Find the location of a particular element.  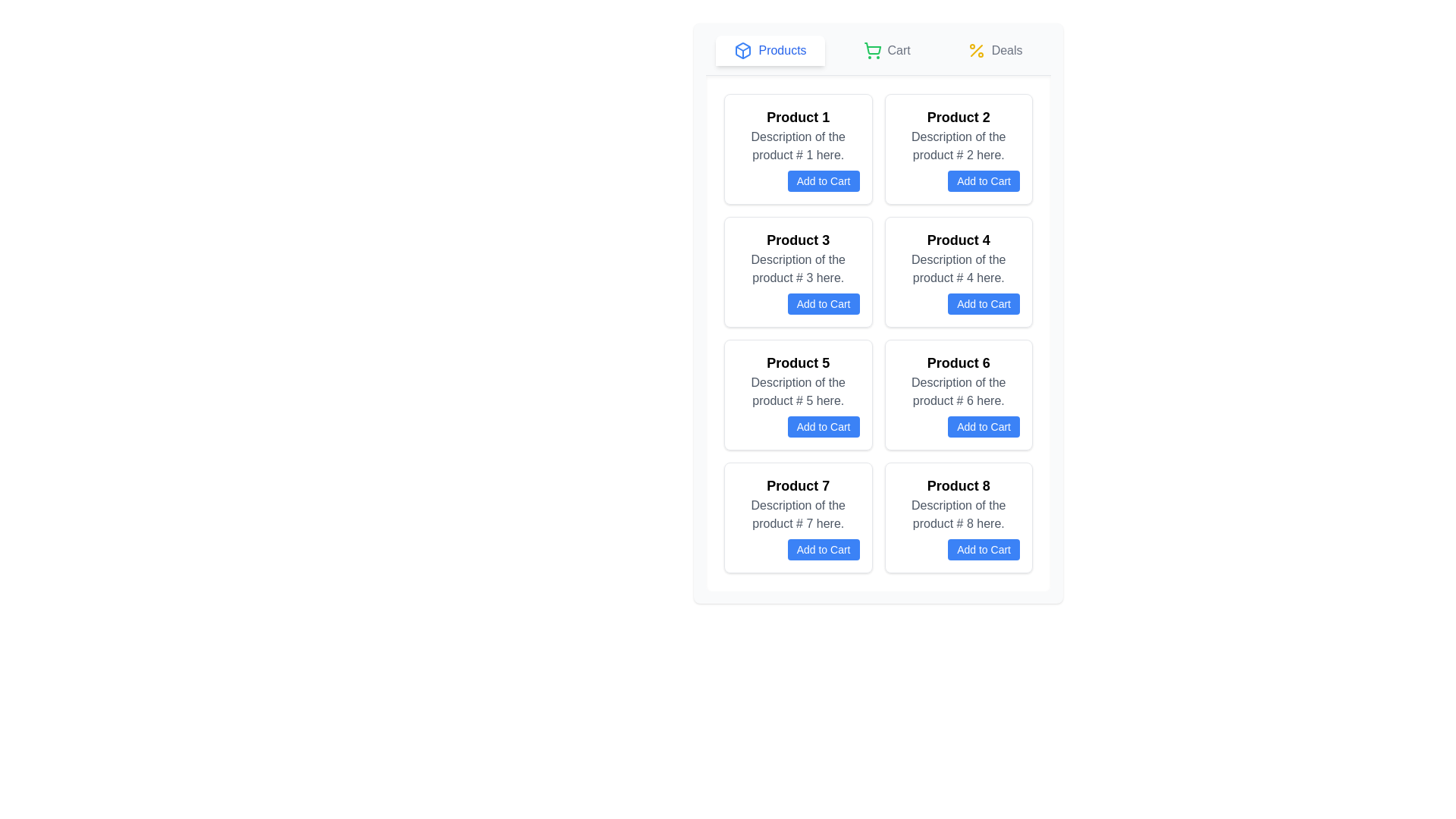

the button located within the 'Product 6' card in the second column and third row of the grid is located at coordinates (984, 427).